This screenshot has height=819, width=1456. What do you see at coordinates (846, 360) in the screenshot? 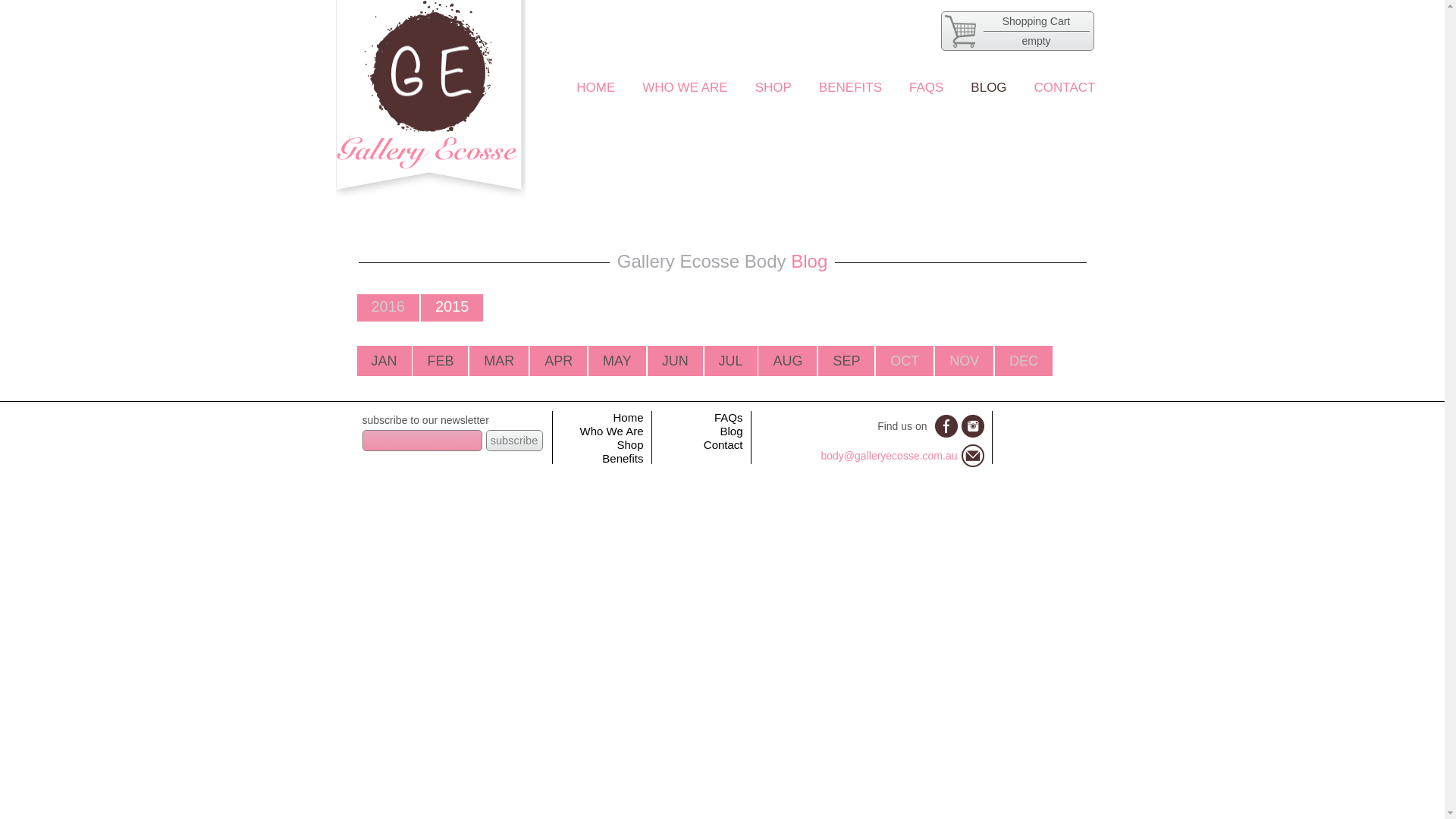
I see `'SEP'` at bounding box center [846, 360].